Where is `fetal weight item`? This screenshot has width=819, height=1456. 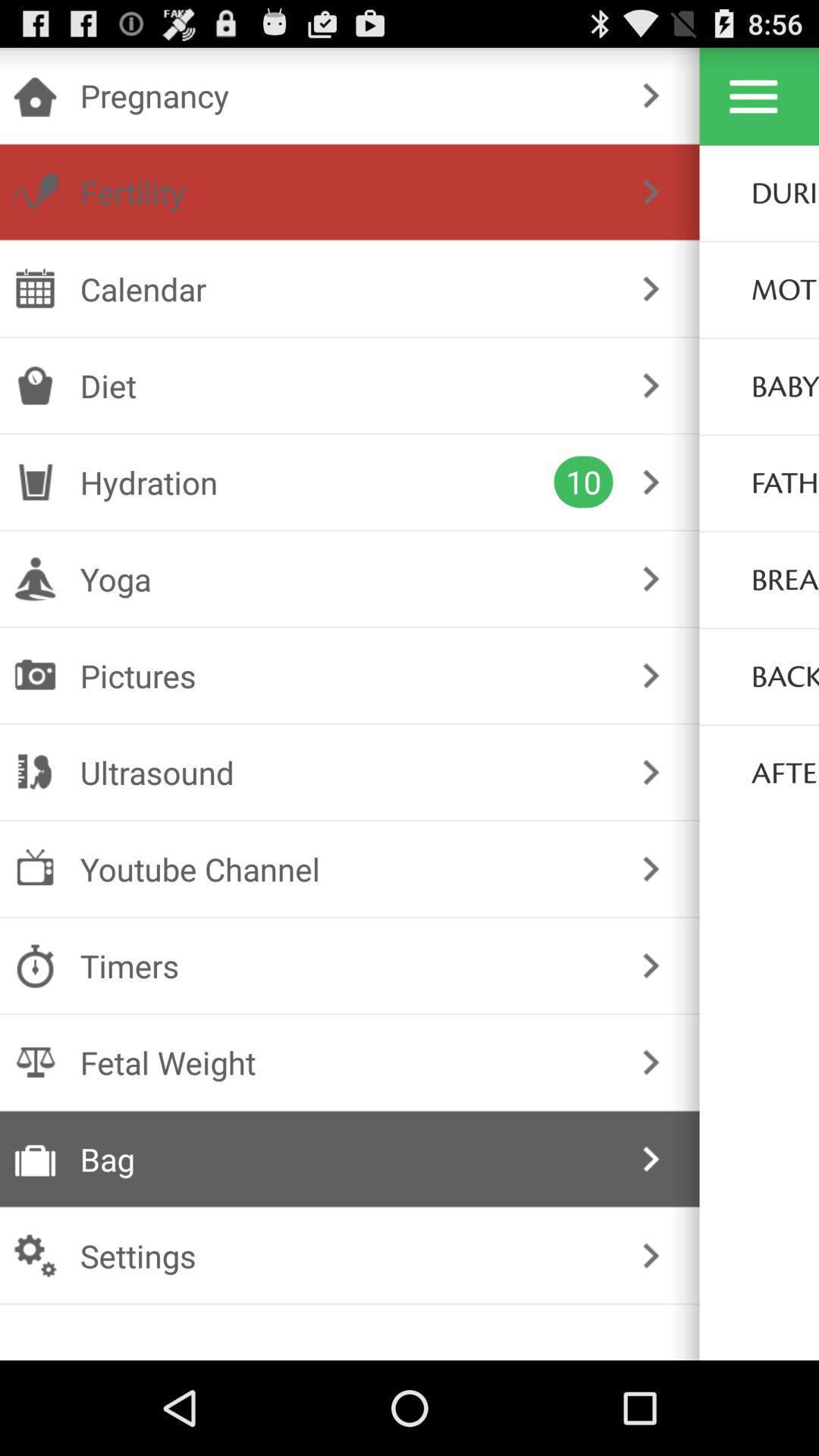 fetal weight item is located at coordinates (347, 1062).